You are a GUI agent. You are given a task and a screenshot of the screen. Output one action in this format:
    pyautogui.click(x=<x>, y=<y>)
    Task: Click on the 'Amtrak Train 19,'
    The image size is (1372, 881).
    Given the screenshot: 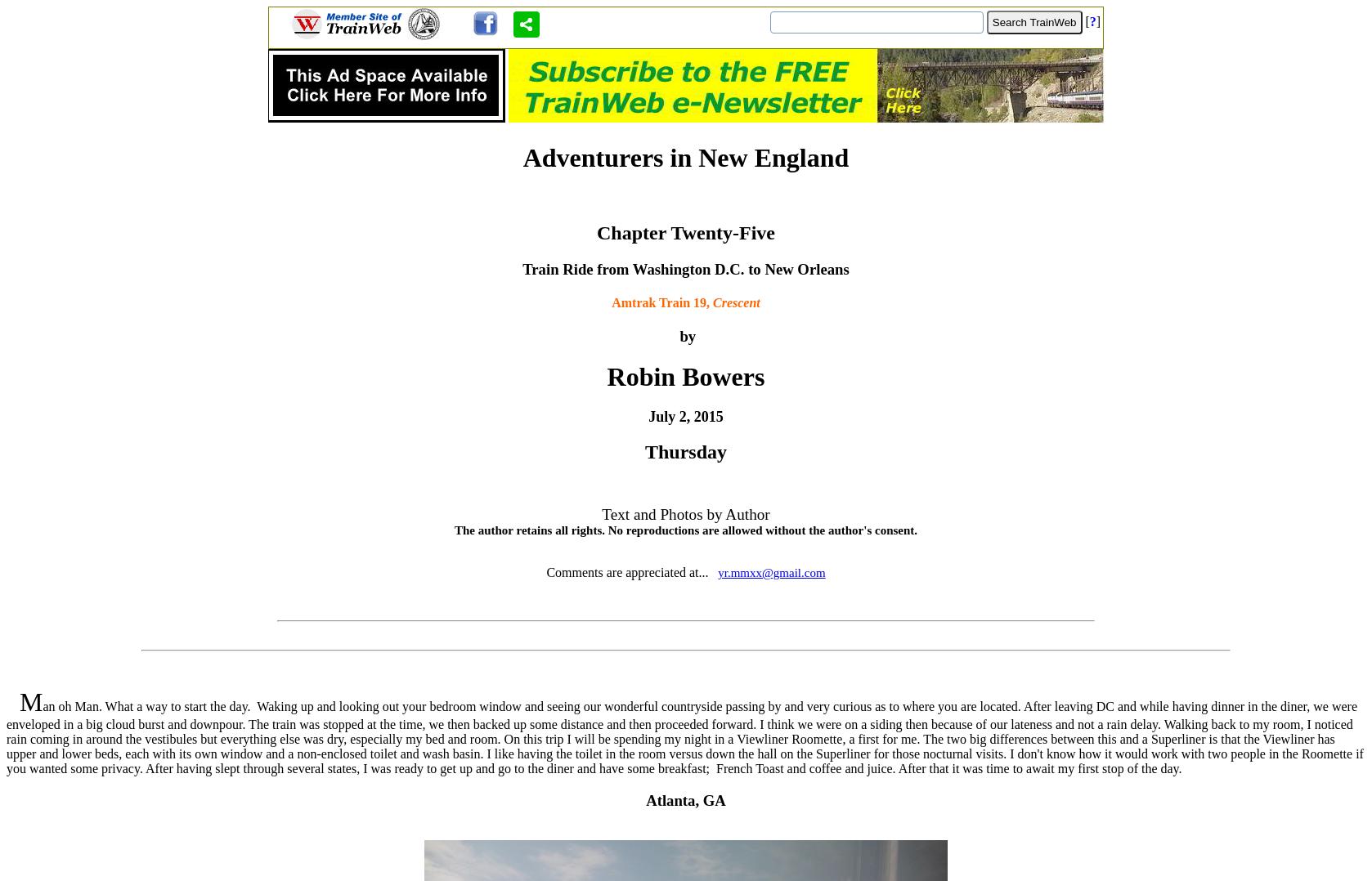 What is the action you would take?
    pyautogui.click(x=661, y=302)
    